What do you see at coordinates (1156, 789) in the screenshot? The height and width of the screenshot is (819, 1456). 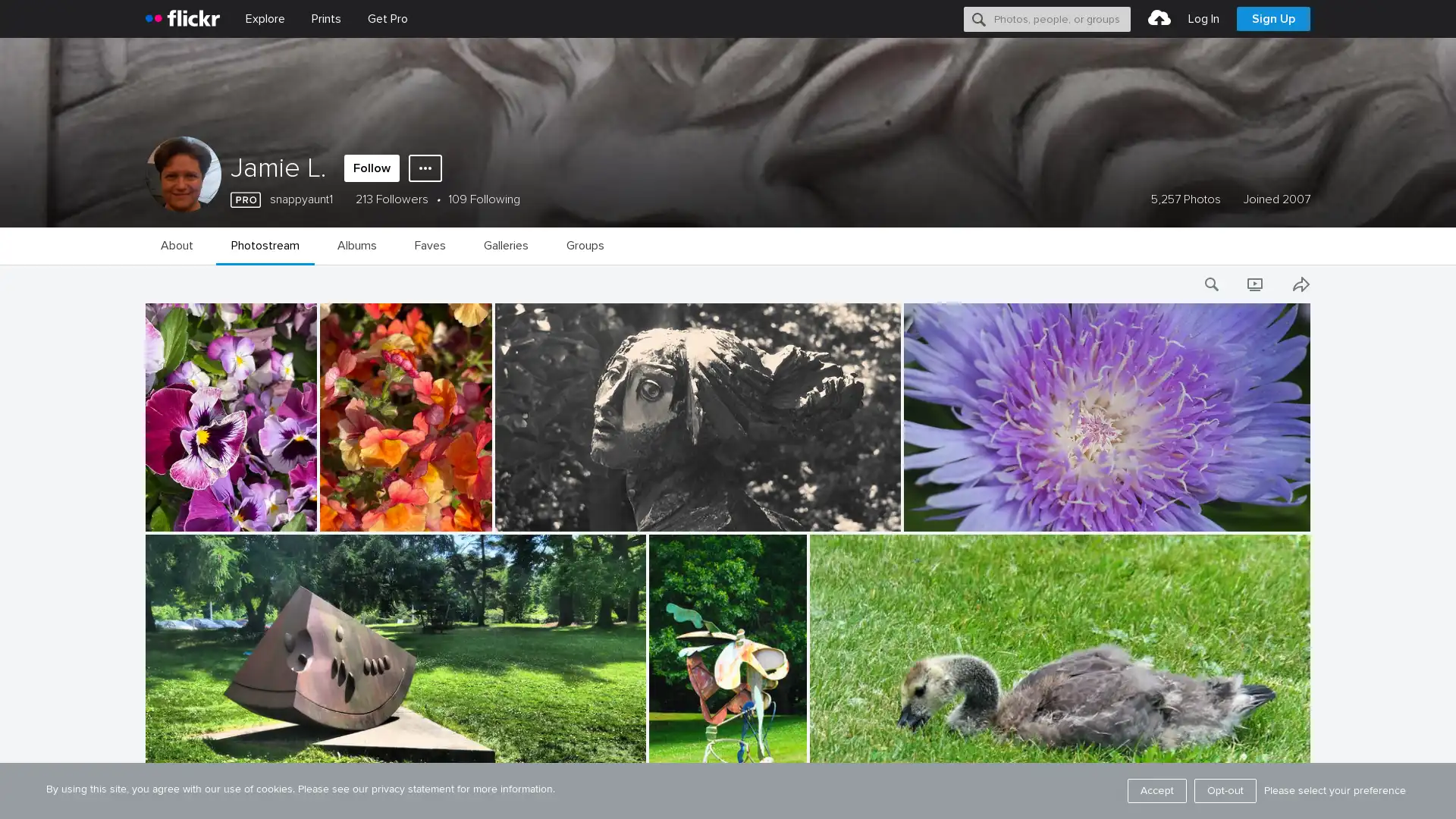 I see `Accept` at bounding box center [1156, 789].